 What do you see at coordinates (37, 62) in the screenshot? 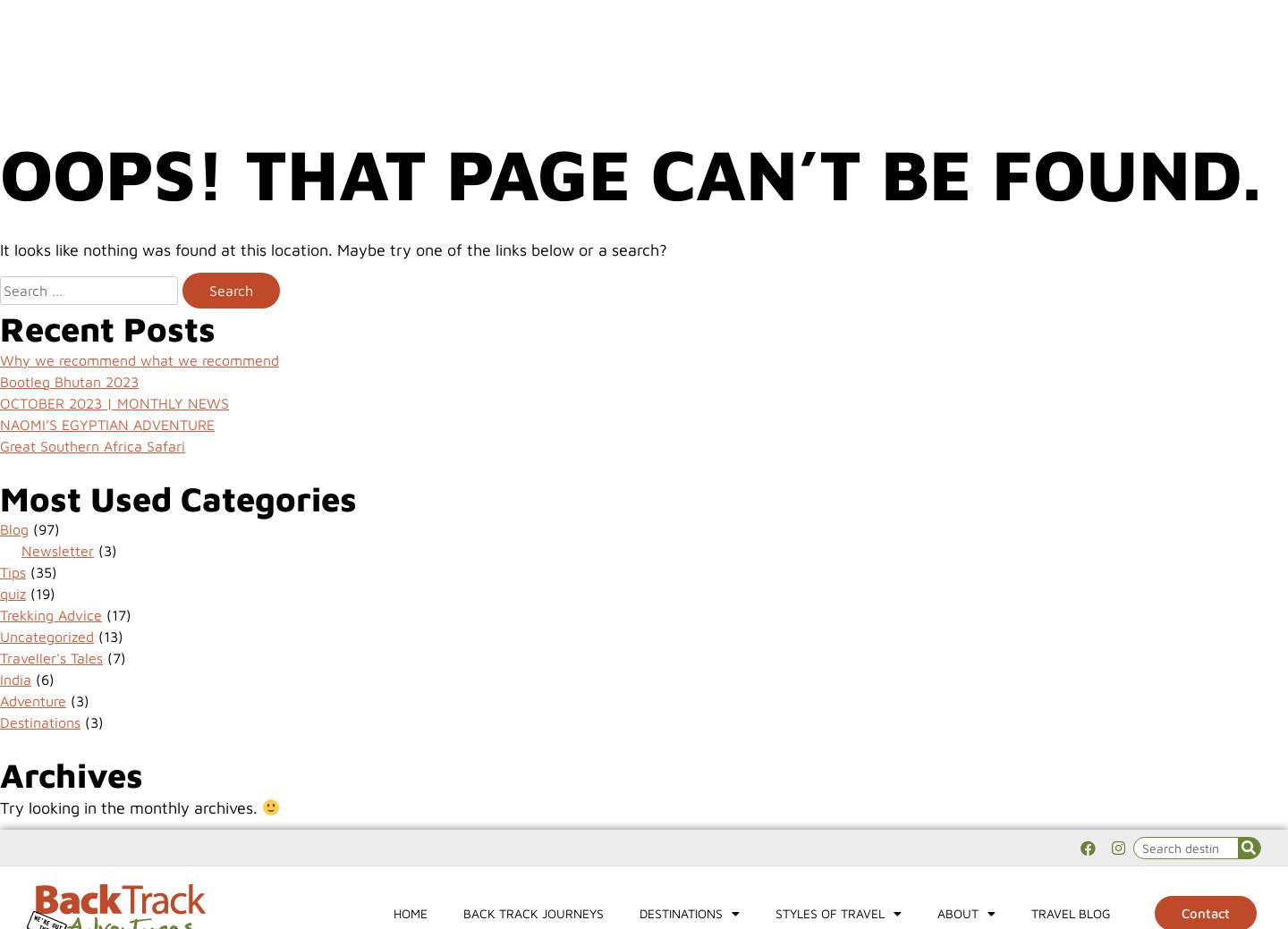
I see `'Tags'` at bounding box center [37, 62].